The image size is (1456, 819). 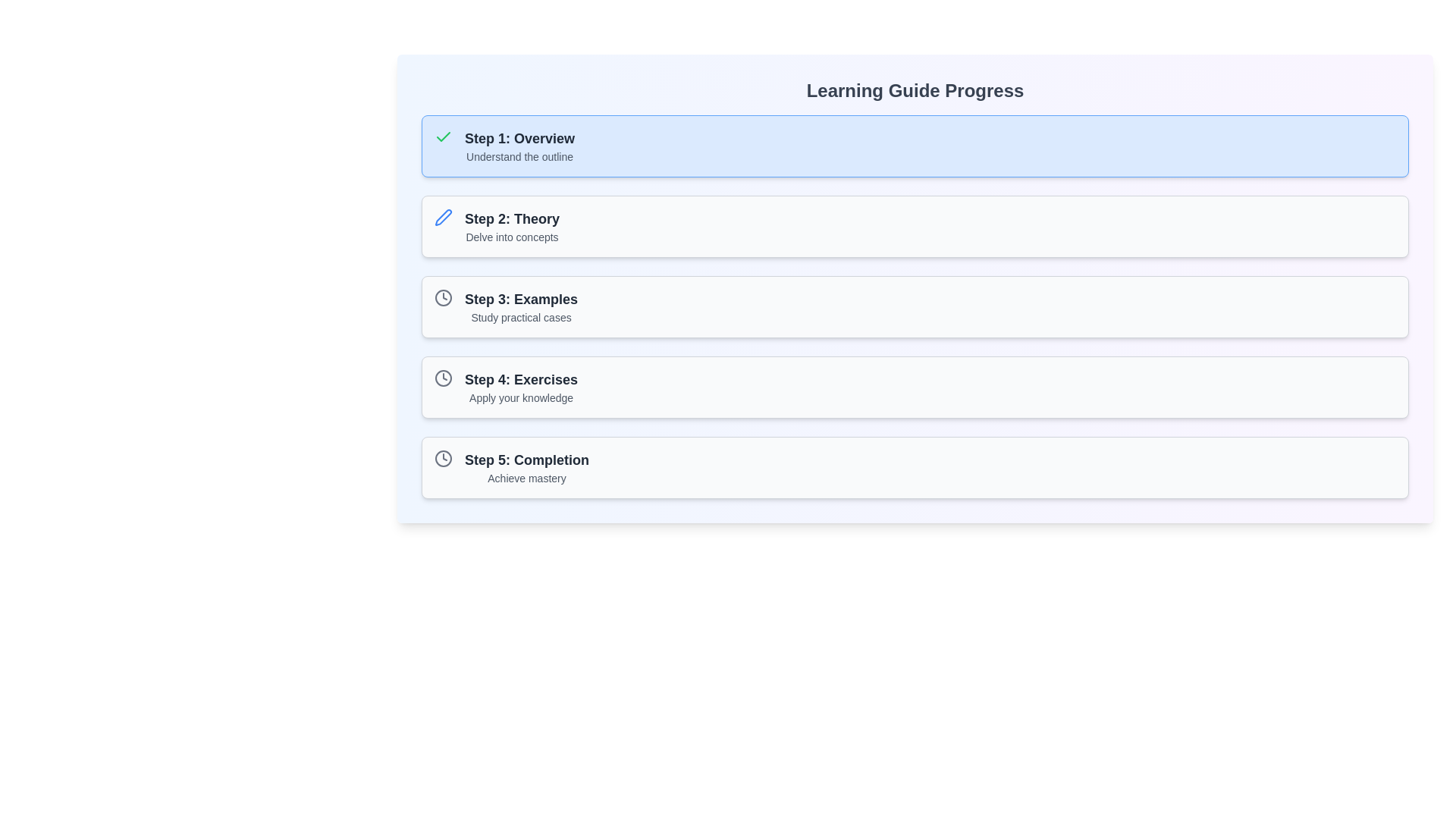 I want to click on the descriptive text label located directly below the 'Step 1: Overview' section in the learning guide interface, so click(x=519, y=157).